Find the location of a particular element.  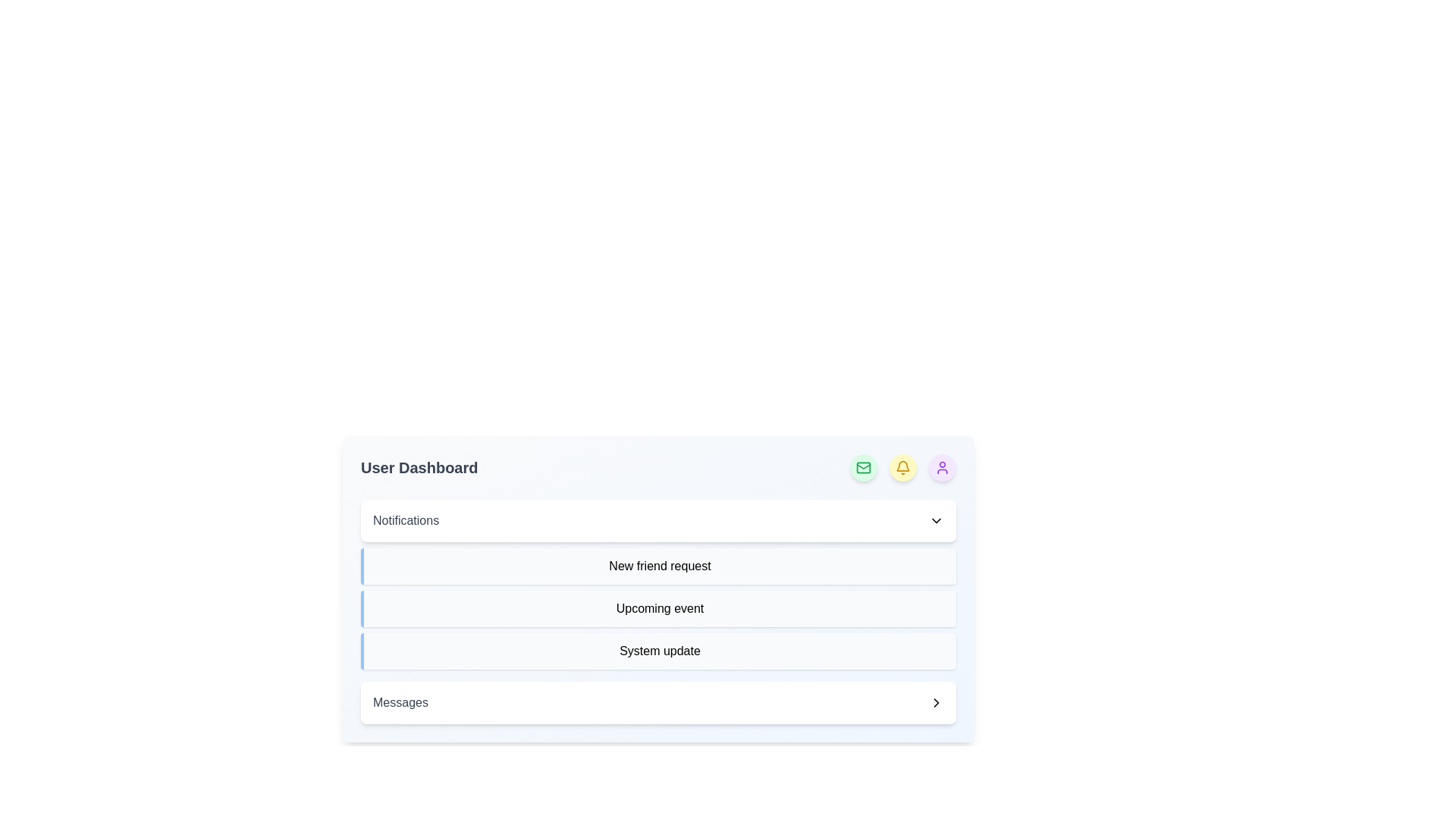

the Information box with a gray background and blue border that displays 'System update', located in the Notifications section is located at coordinates (658, 651).